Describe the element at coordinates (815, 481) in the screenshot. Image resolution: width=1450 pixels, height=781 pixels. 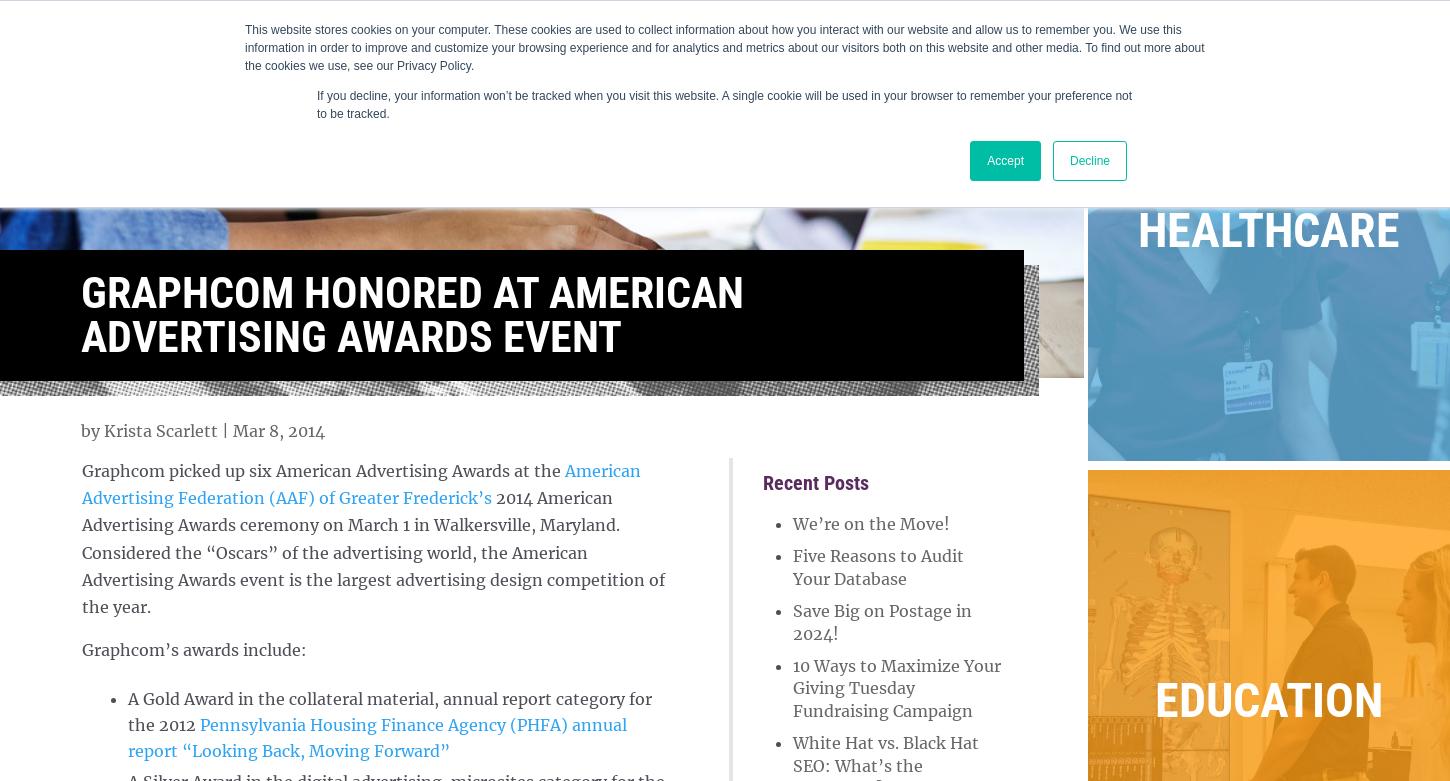
I see `'Recent Posts'` at that location.